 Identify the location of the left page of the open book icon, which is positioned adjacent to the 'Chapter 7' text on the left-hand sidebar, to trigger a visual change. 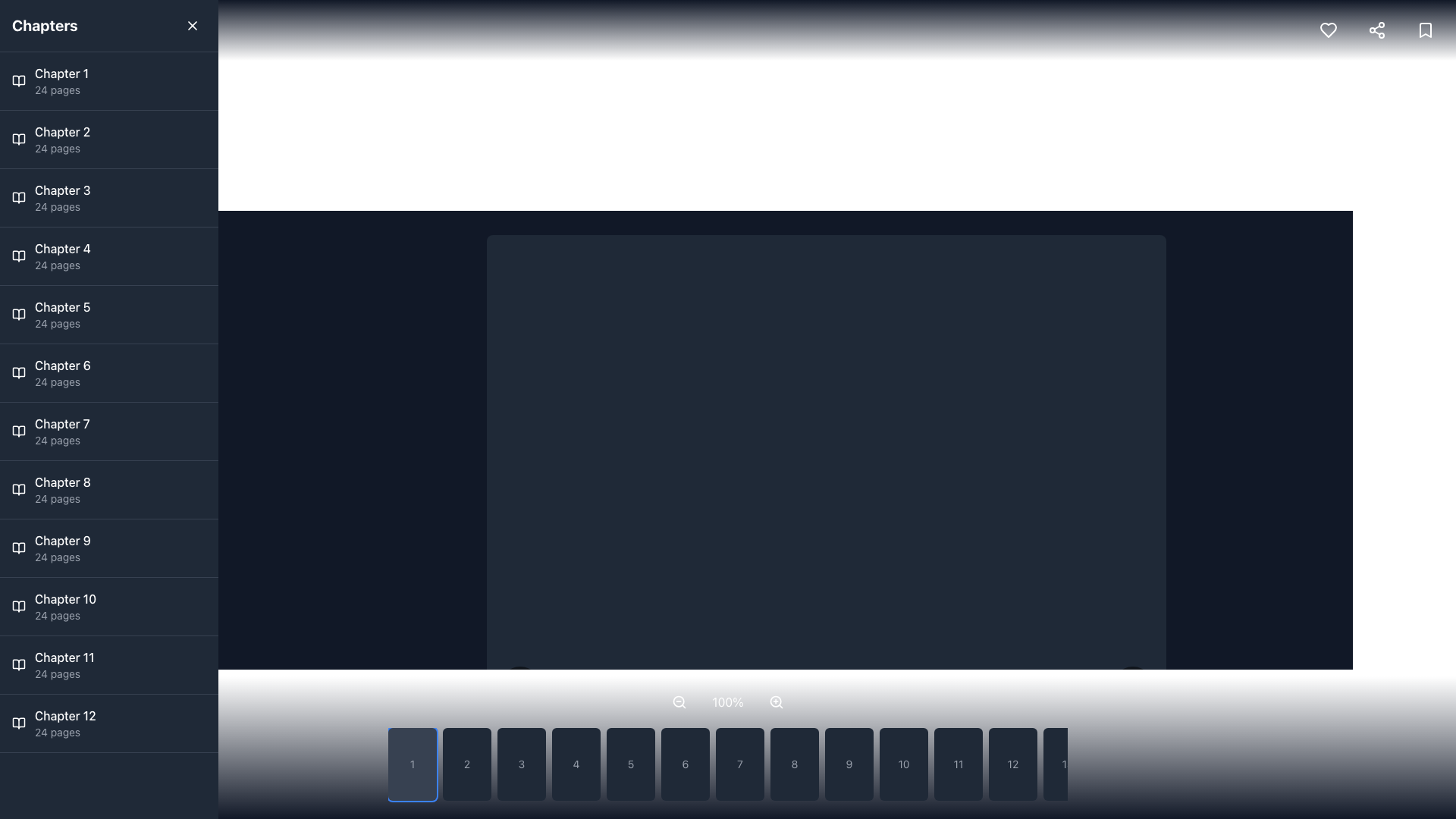
(18, 431).